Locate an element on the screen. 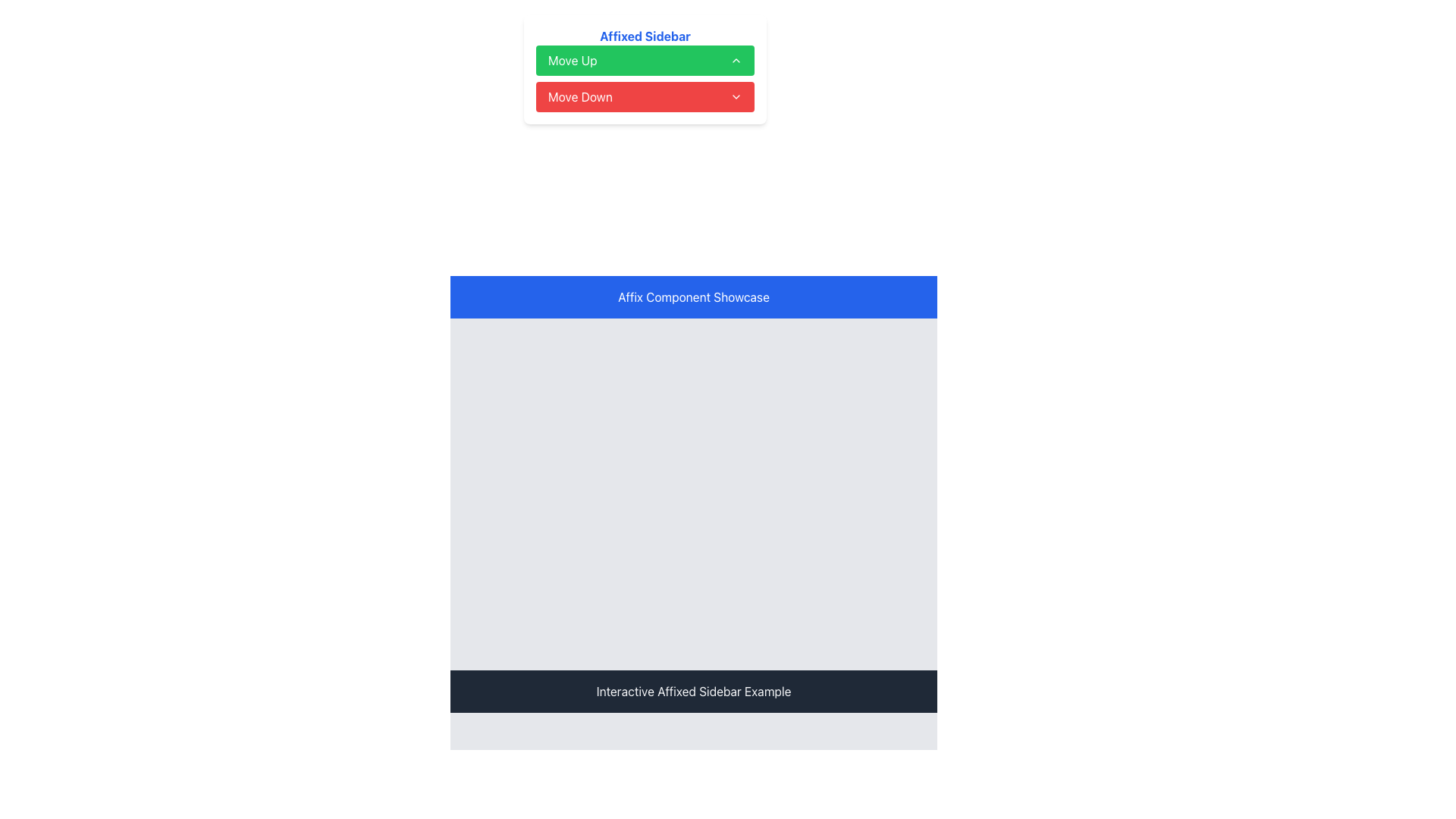 The width and height of the screenshot is (1456, 819). the small downward-pointing chevron icon located at the far-right of the red 'Move Down' button is located at coordinates (736, 96).